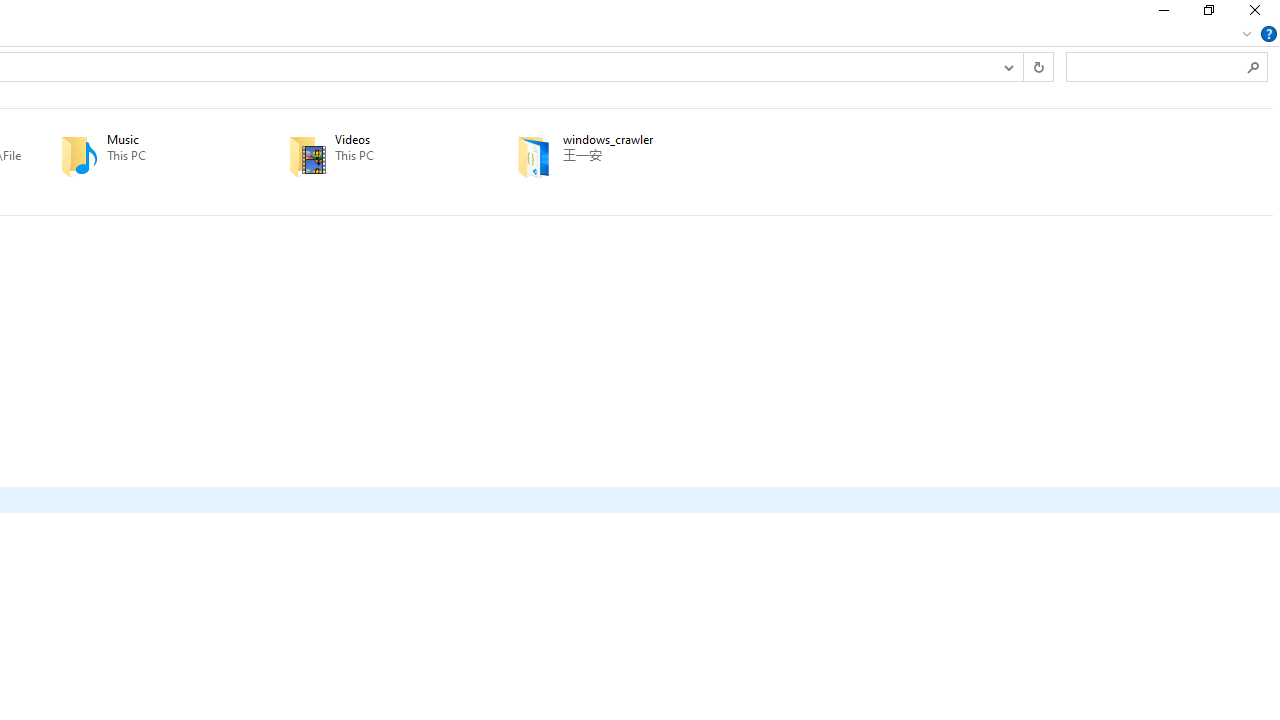  Describe the element at coordinates (1023, 65) in the screenshot. I see `'Address band toolbar'` at that location.